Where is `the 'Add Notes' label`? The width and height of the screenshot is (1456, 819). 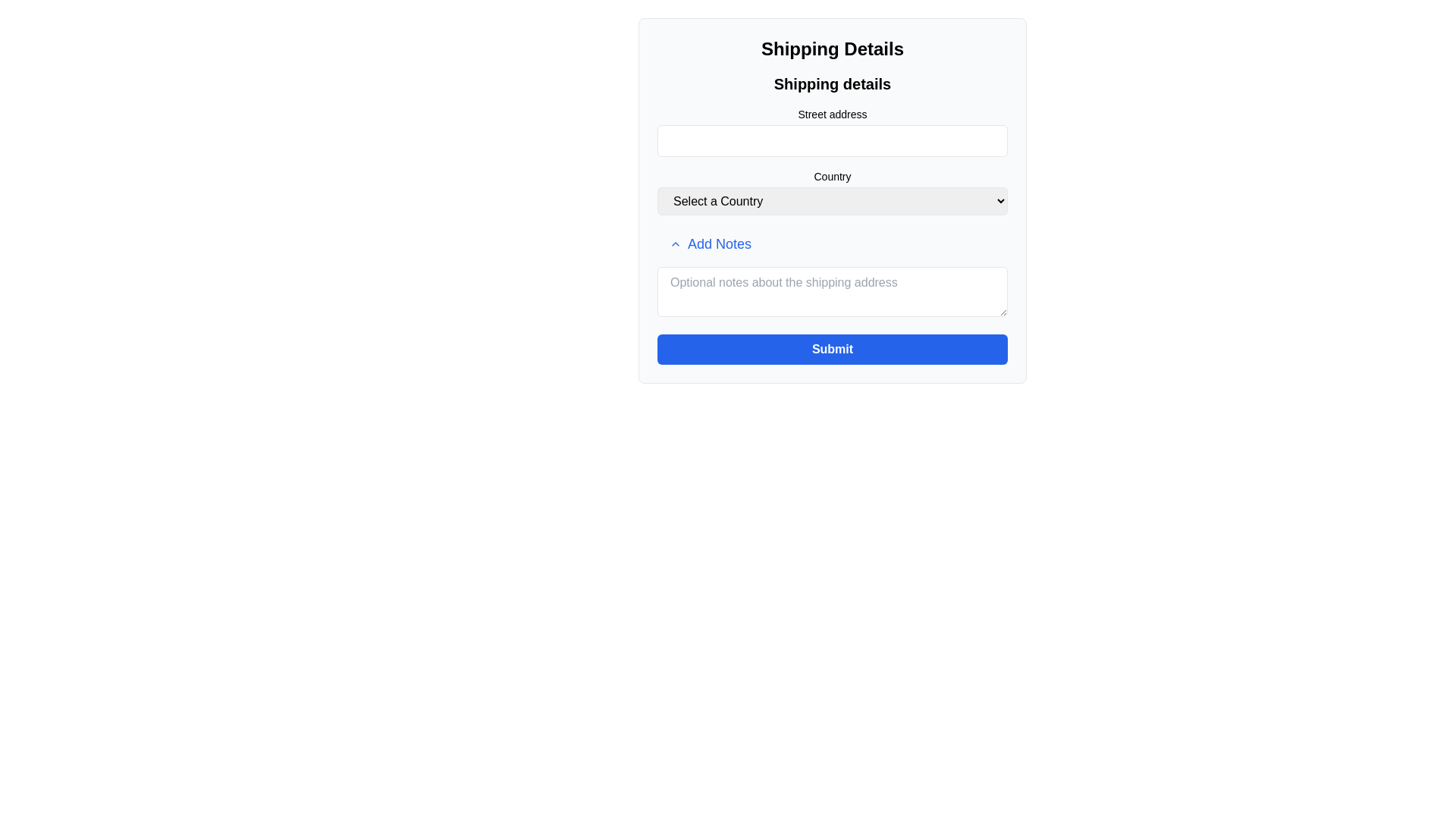
the 'Add Notes' label is located at coordinates (832, 275).